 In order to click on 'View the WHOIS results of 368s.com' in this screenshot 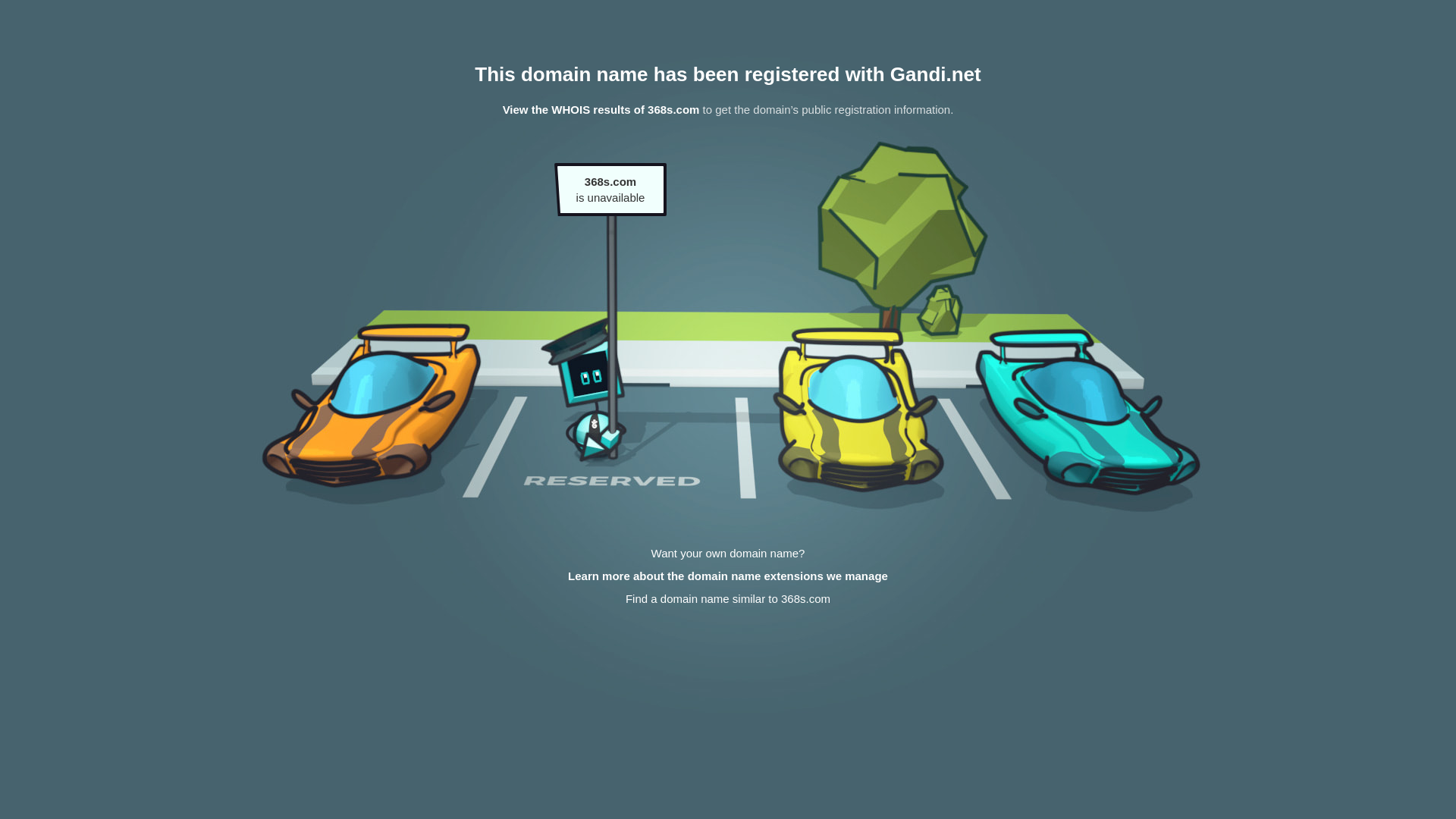, I will do `click(600, 108)`.